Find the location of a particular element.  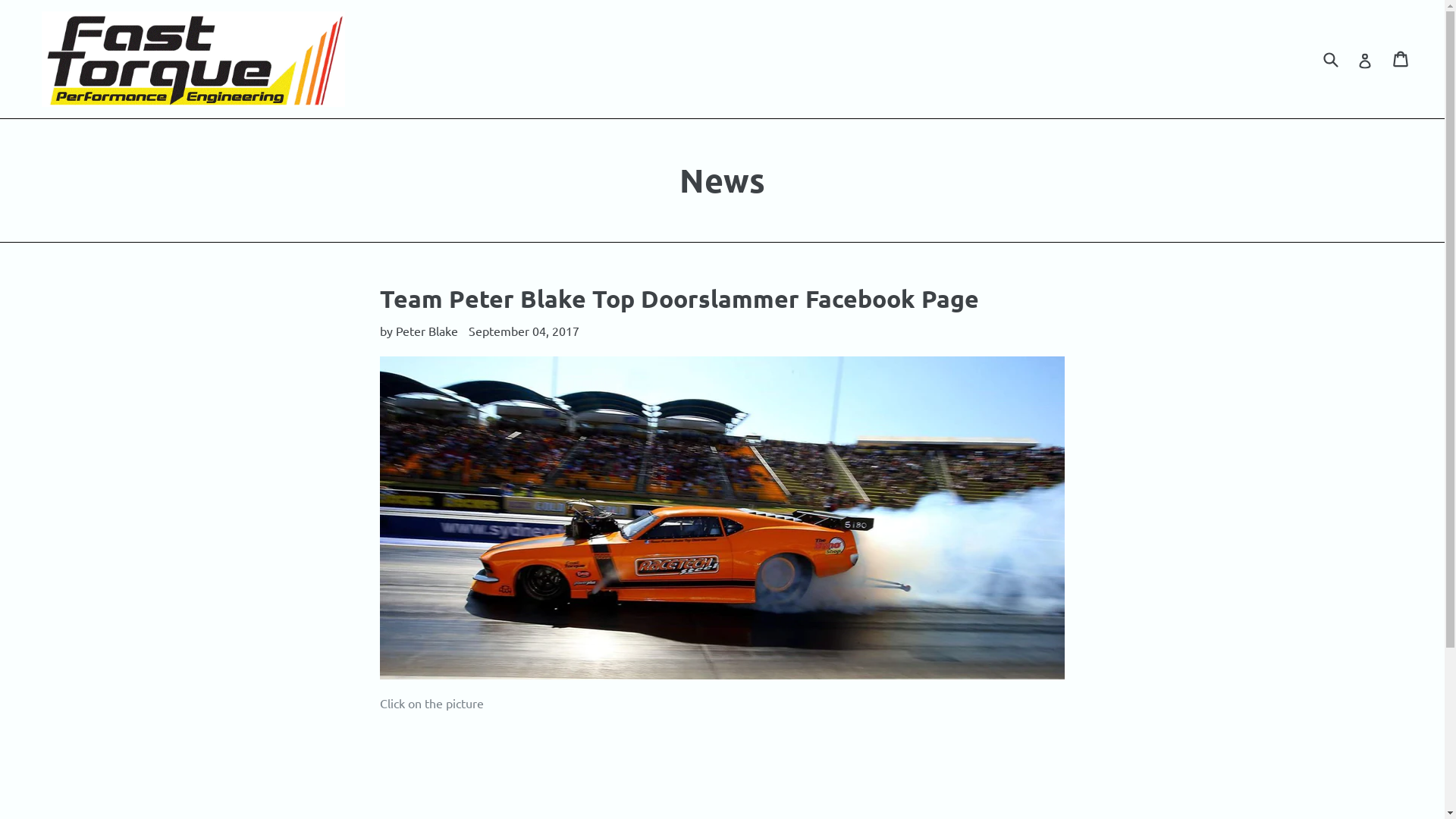

'Cart is located at coordinates (1401, 58).